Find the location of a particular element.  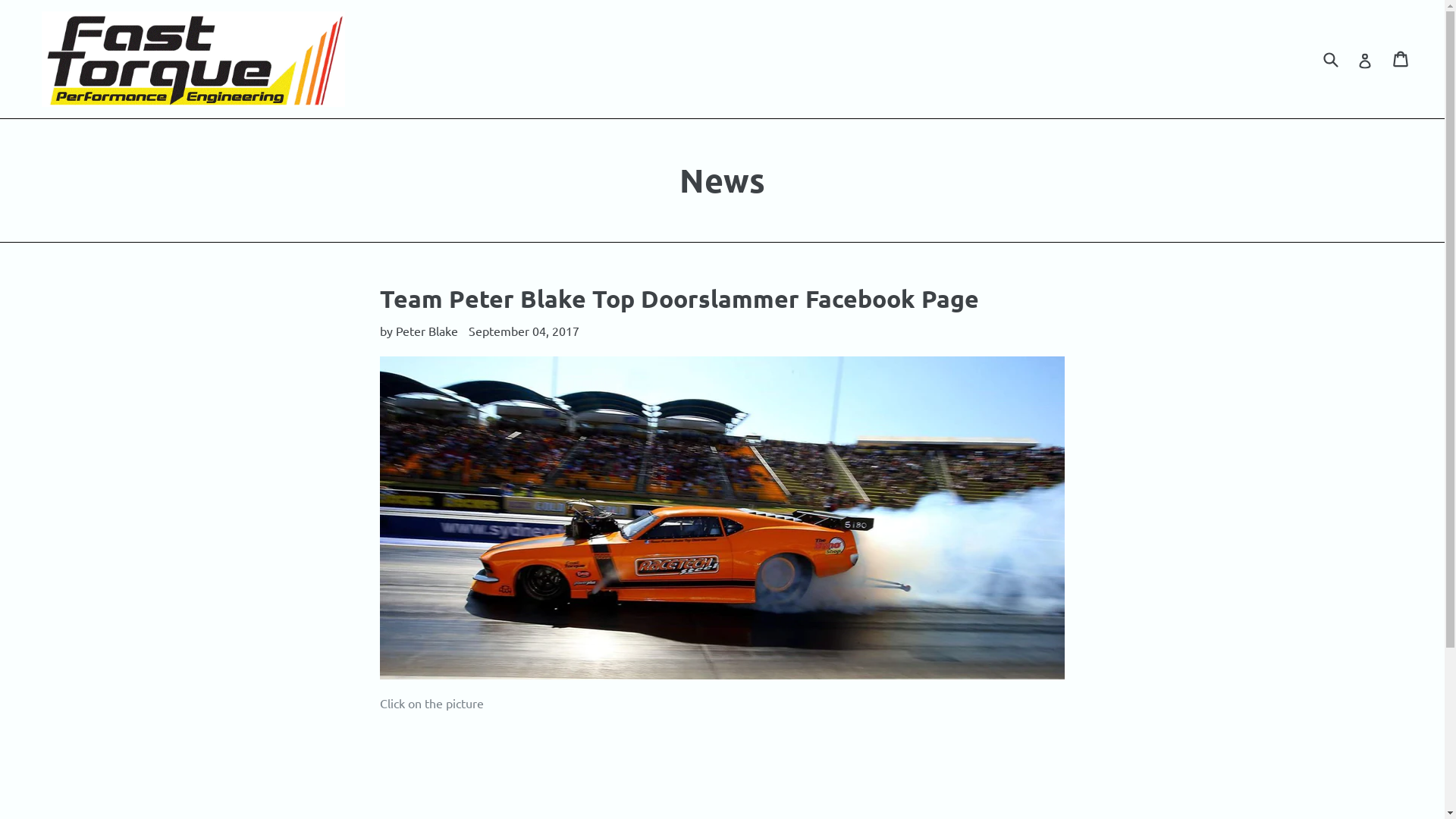

'Cart is located at coordinates (1401, 58).